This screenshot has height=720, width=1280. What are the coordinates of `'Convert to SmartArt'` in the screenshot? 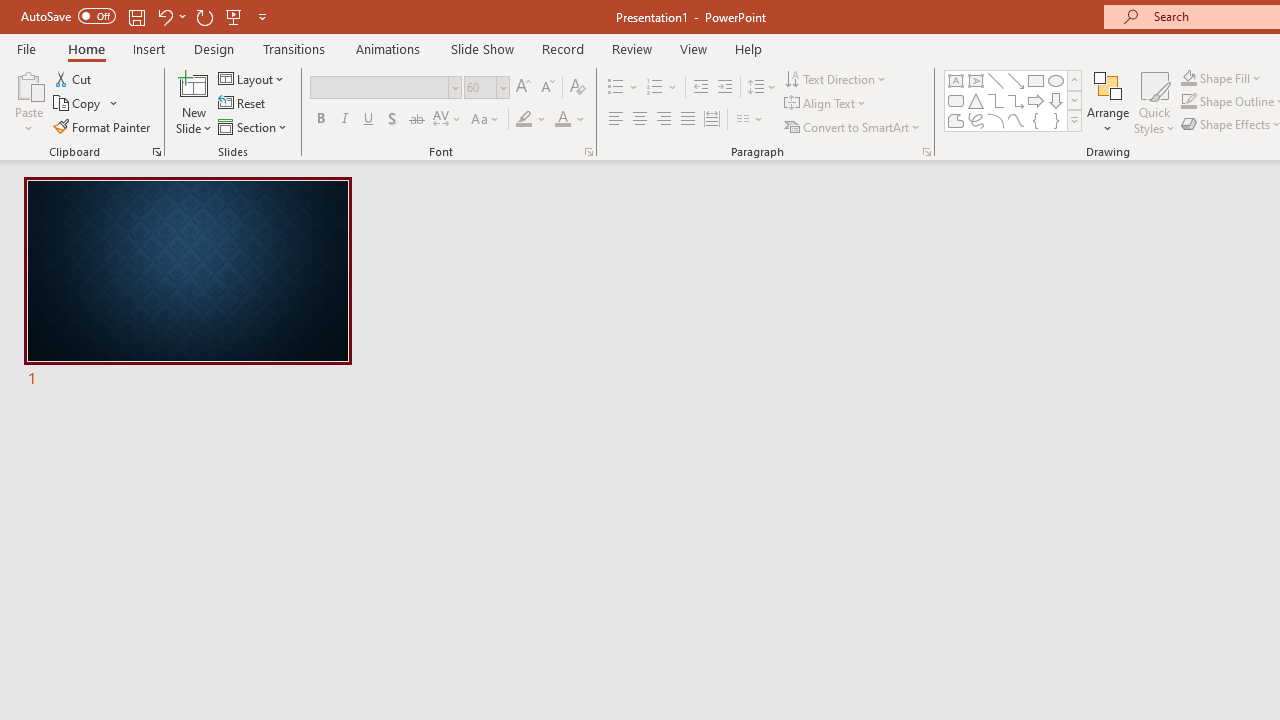 It's located at (853, 127).